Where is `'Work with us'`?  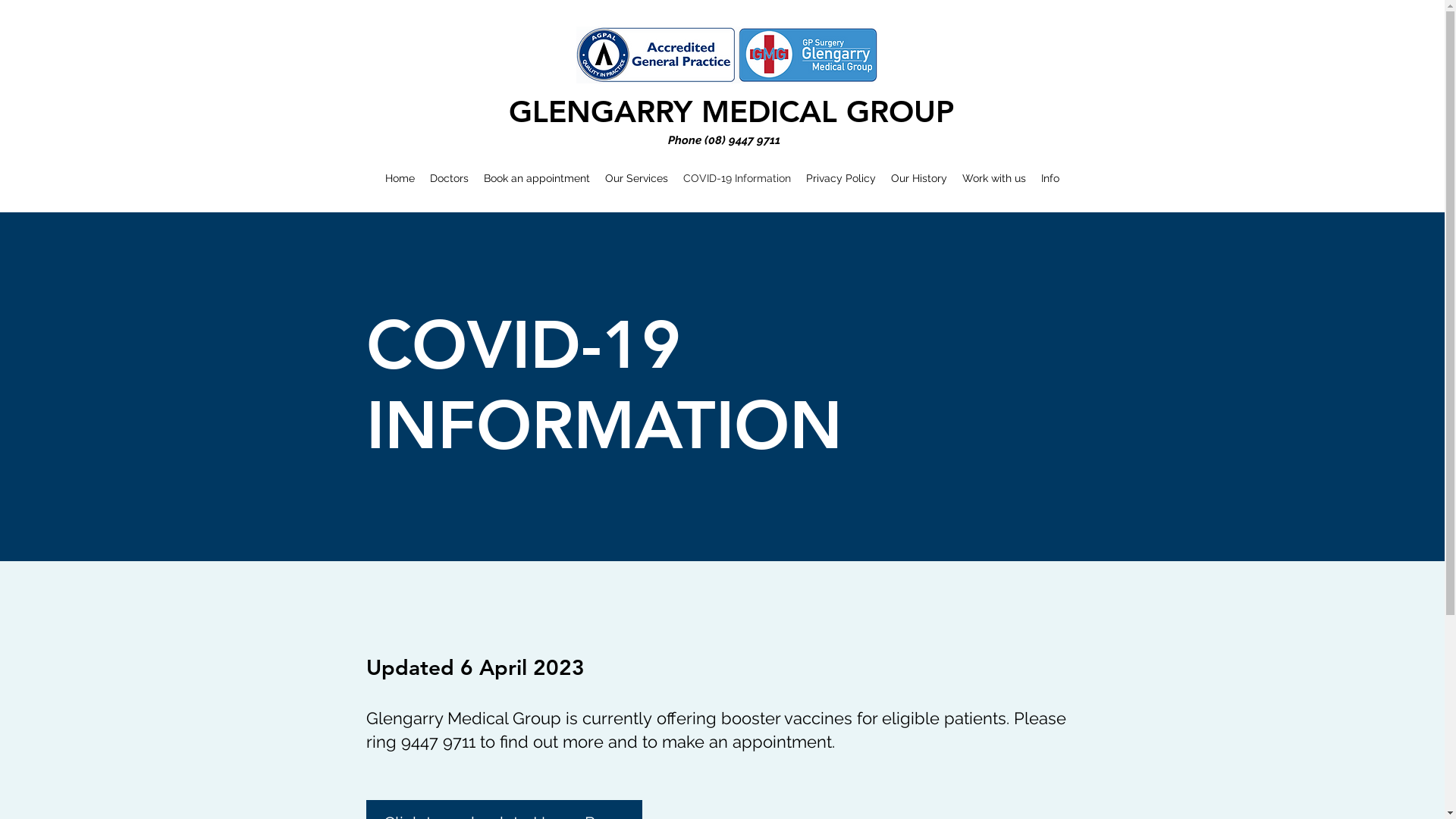 'Work with us' is located at coordinates (993, 177).